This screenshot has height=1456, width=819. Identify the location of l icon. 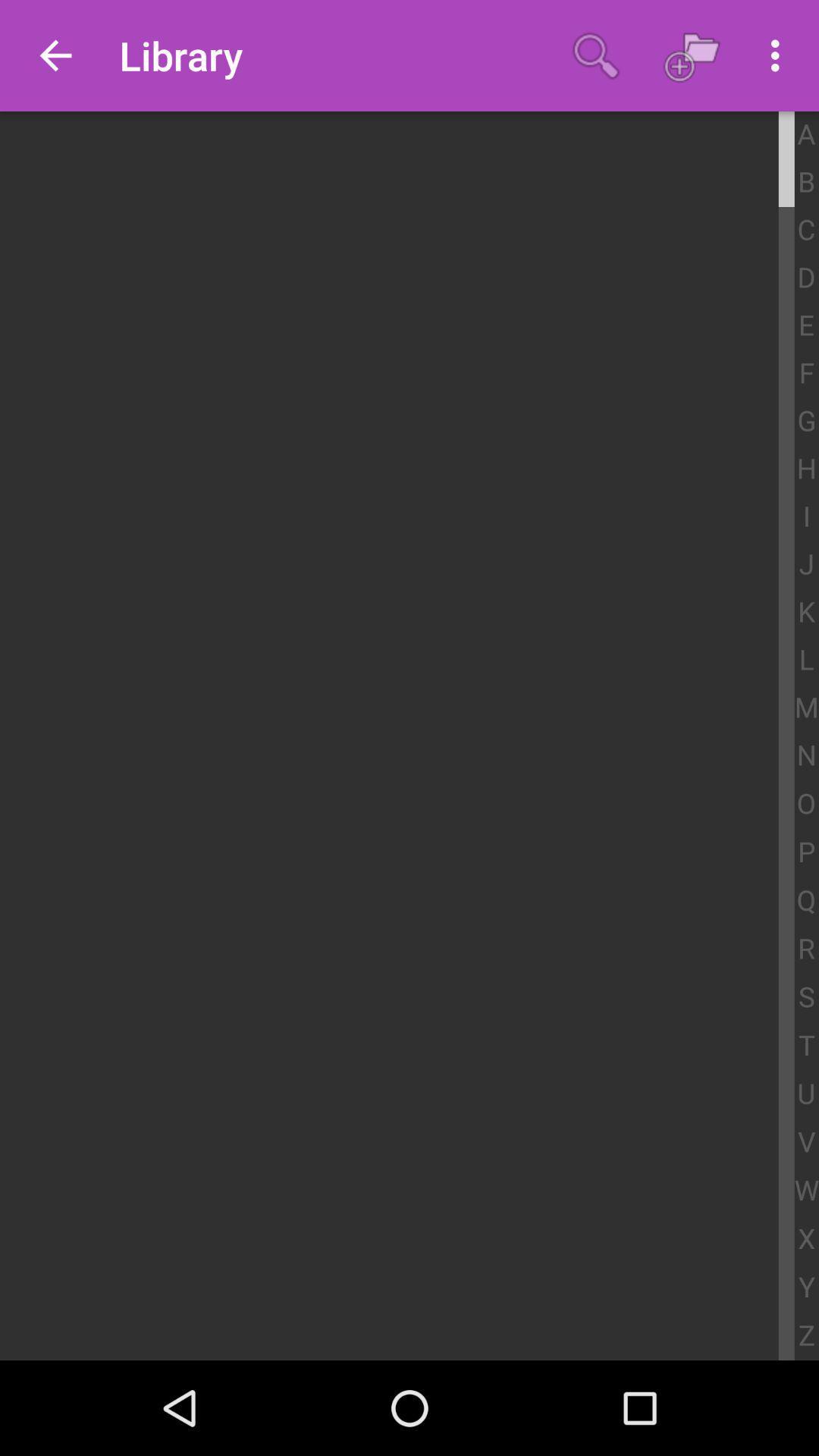
(805, 661).